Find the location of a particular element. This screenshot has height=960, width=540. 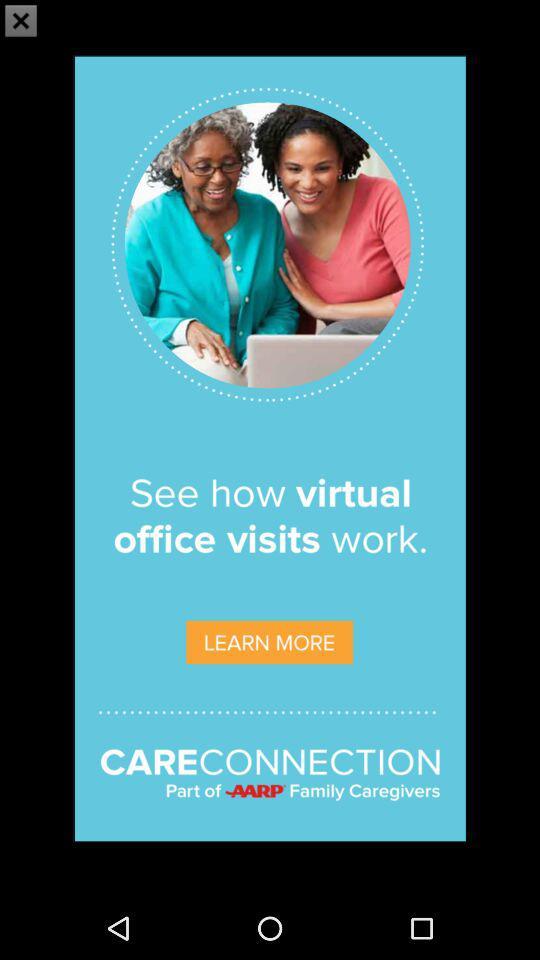

the close icon is located at coordinates (20, 21).